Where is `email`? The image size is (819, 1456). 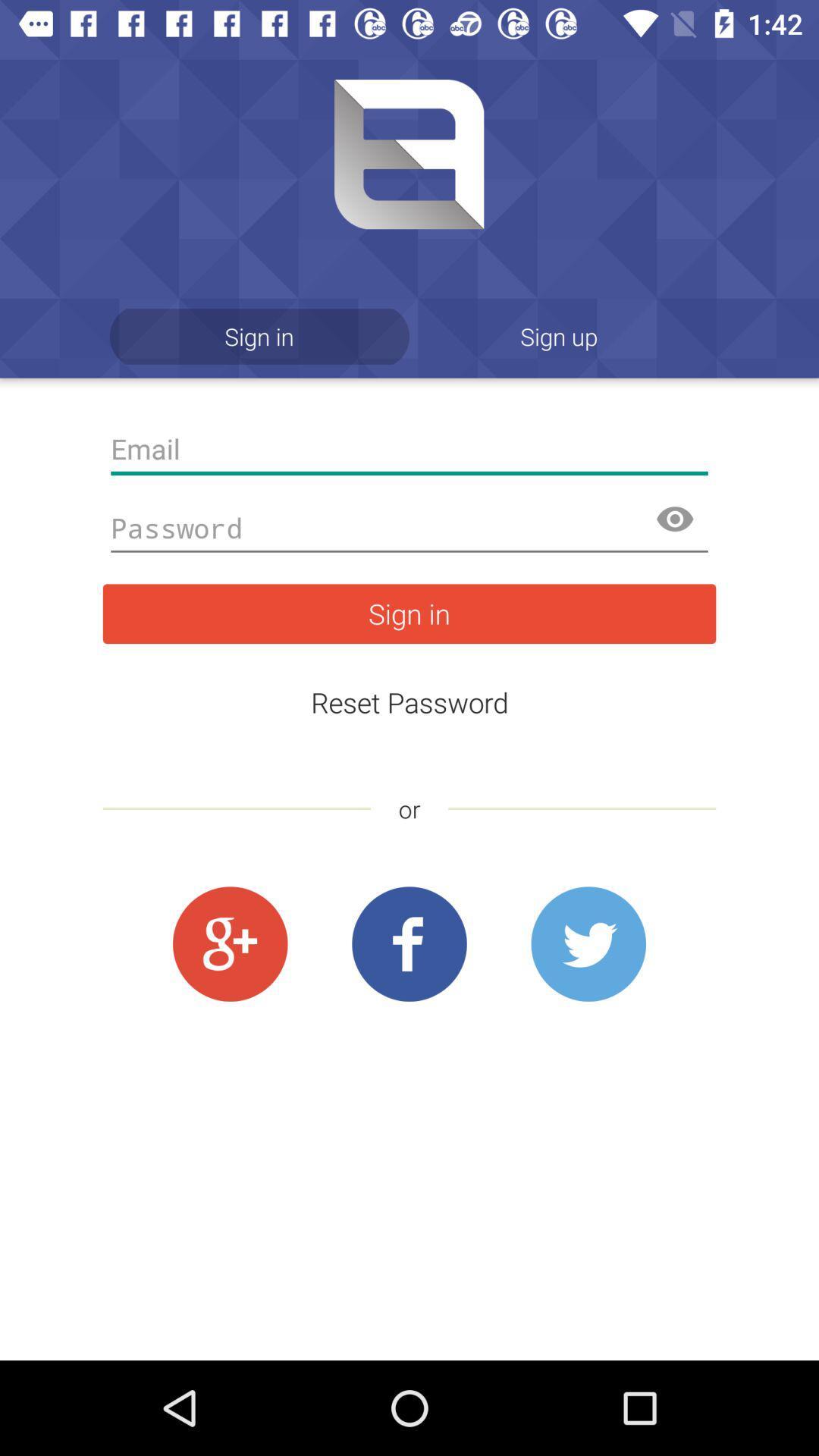 email is located at coordinates (409, 448).